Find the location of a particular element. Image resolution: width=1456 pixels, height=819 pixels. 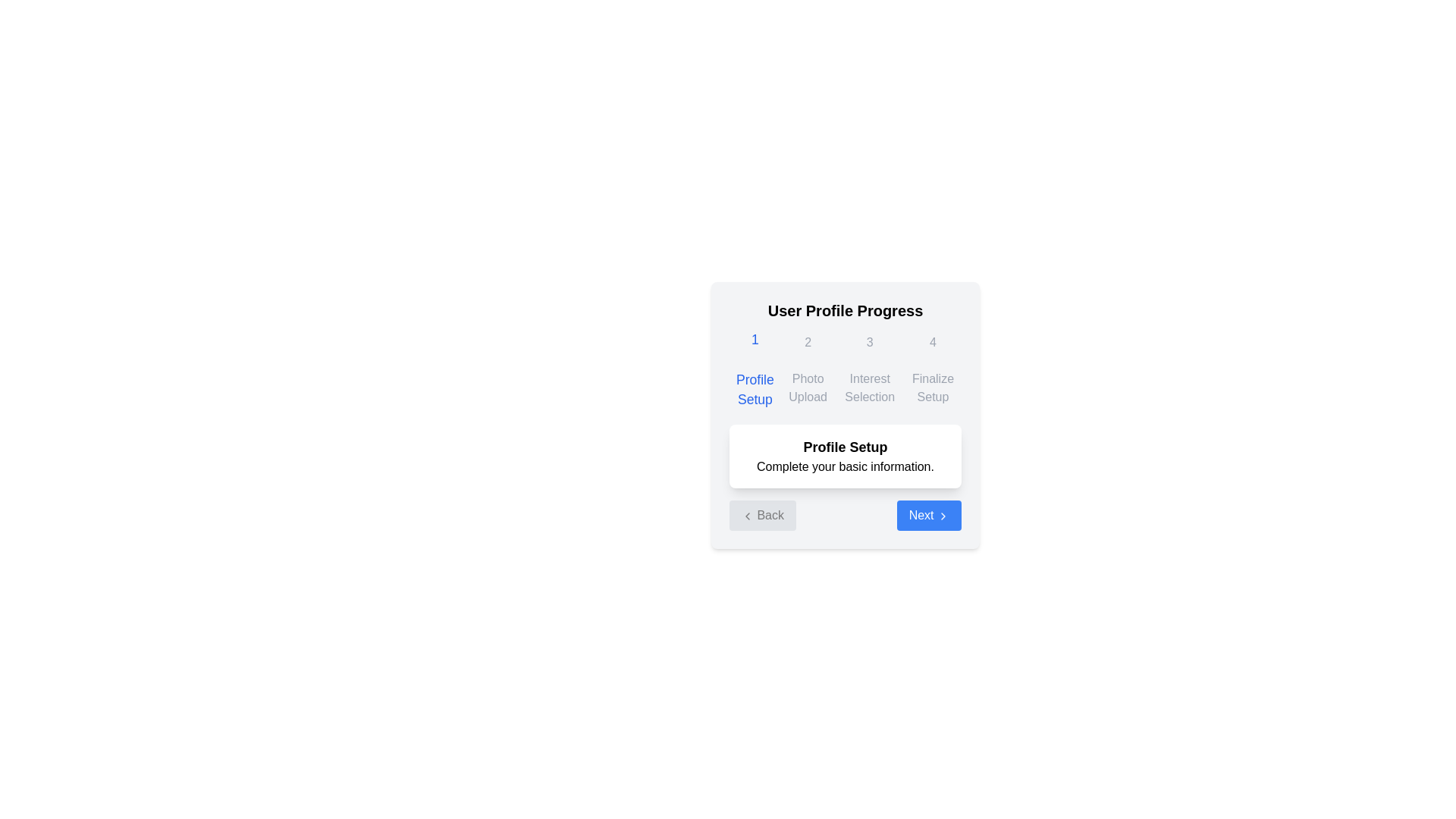

the Step indicator labeled 'Finalize Setup', which displays the digit '4' in a larger font above the label, located in the User Profile Progress section is located at coordinates (932, 370).